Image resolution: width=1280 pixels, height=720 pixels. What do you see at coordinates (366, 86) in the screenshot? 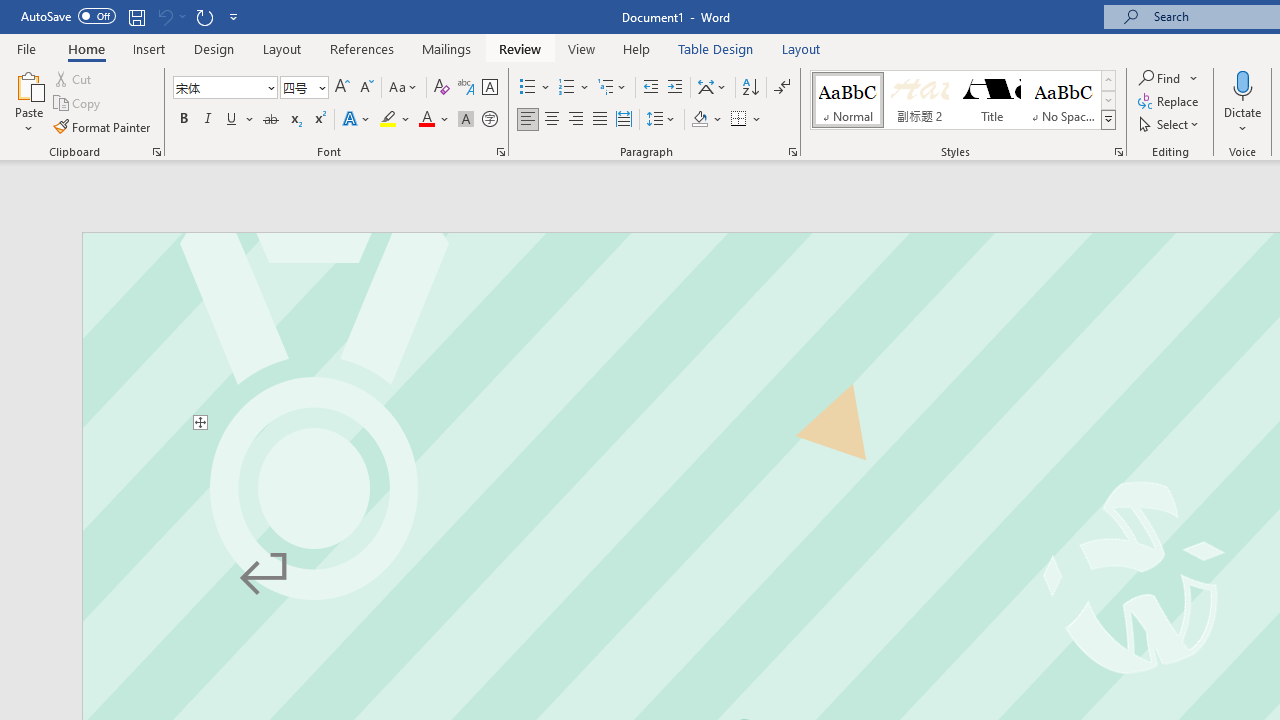
I see `'Shrink Font'` at bounding box center [366, 86].